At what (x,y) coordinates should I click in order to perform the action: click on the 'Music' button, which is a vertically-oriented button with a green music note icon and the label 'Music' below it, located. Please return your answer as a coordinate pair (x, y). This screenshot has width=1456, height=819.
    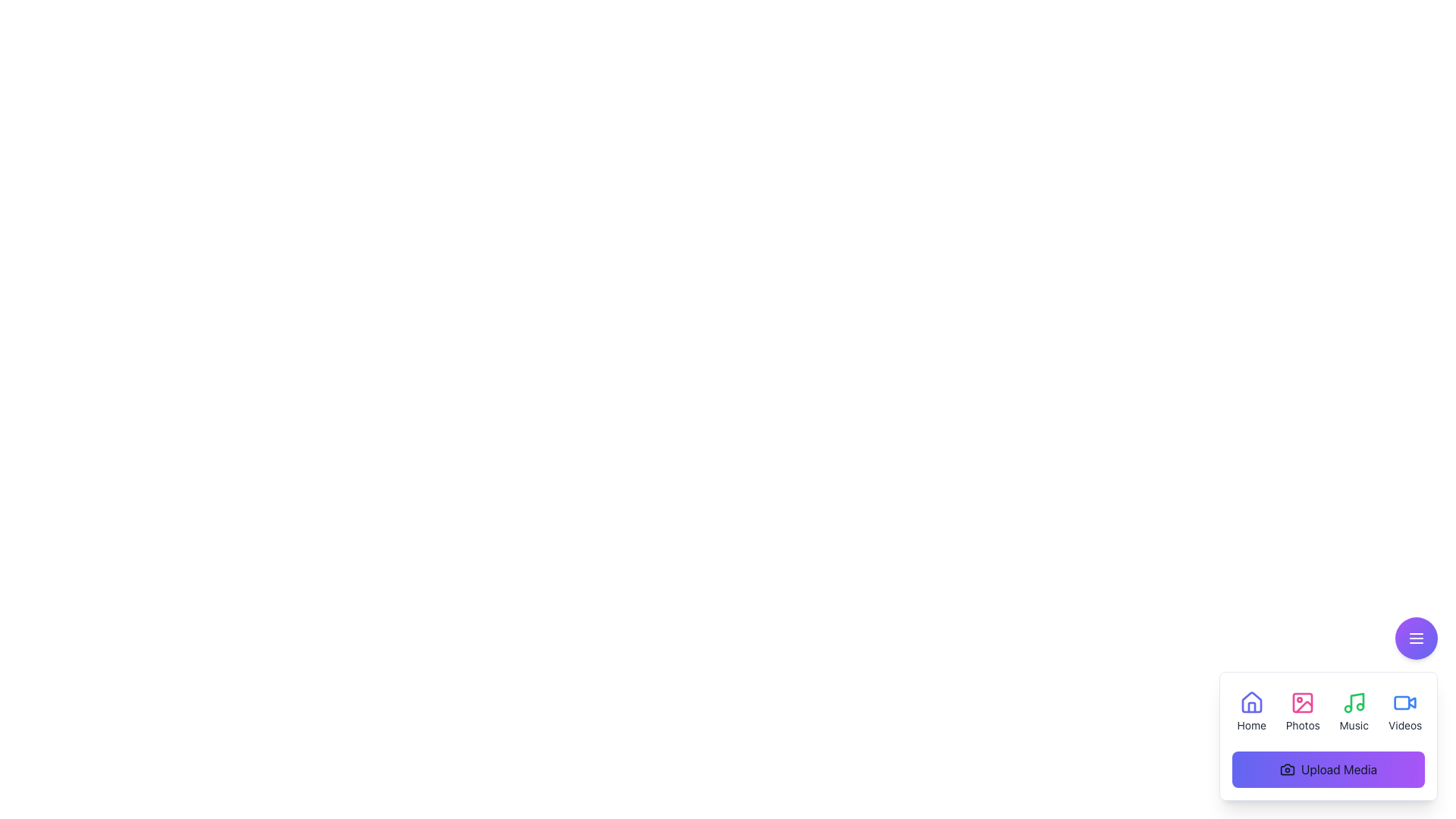
    Looking at the image, I should click on (1354, 711).